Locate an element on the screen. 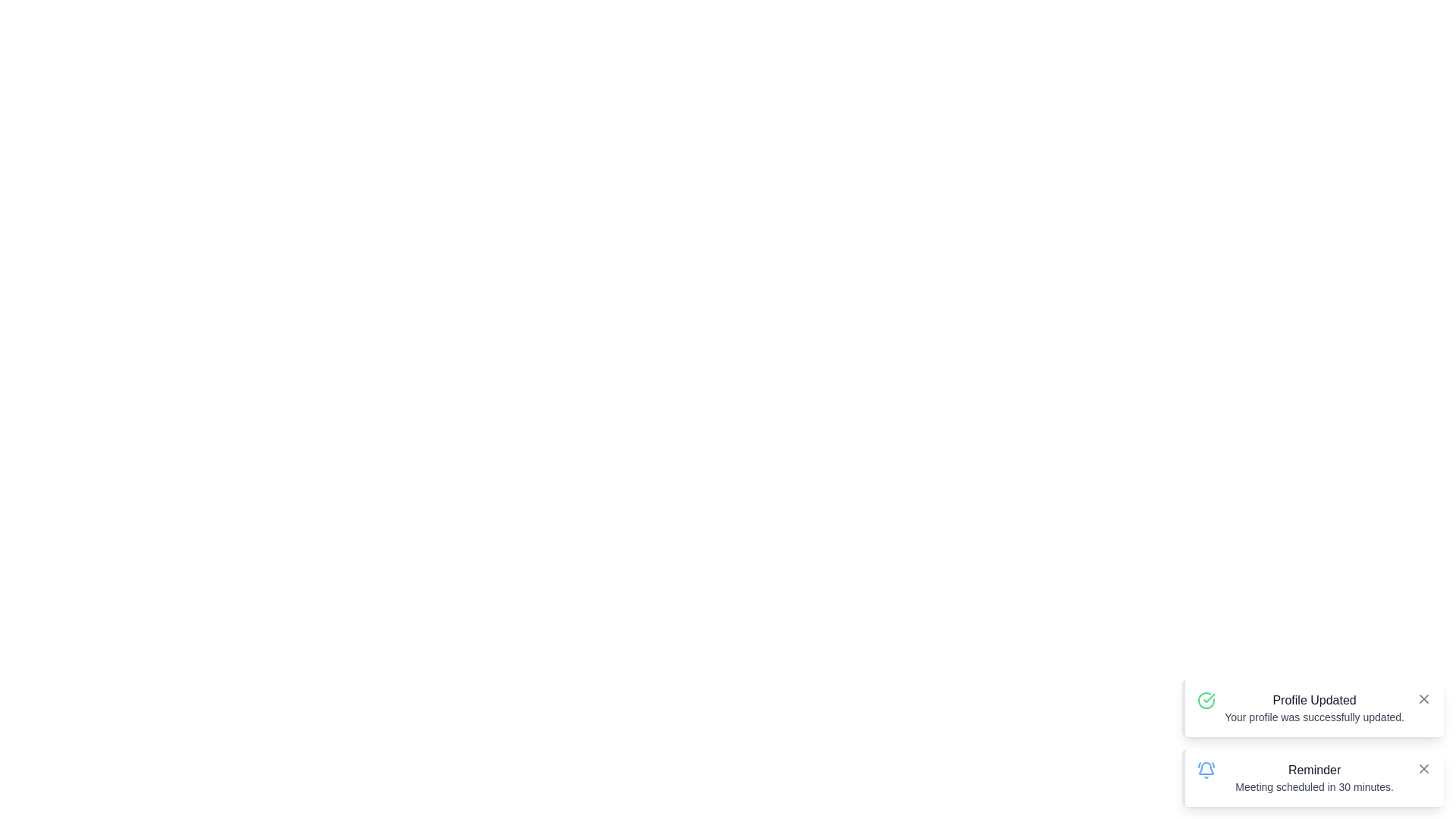 Image resolution: width=1456 pixels, height=819 pixels. the diagonal line forming part of the X shape in the close button located in the top-right corner of the notification card that displays 'Profile Updated' is located at coordinates (1423, 698).